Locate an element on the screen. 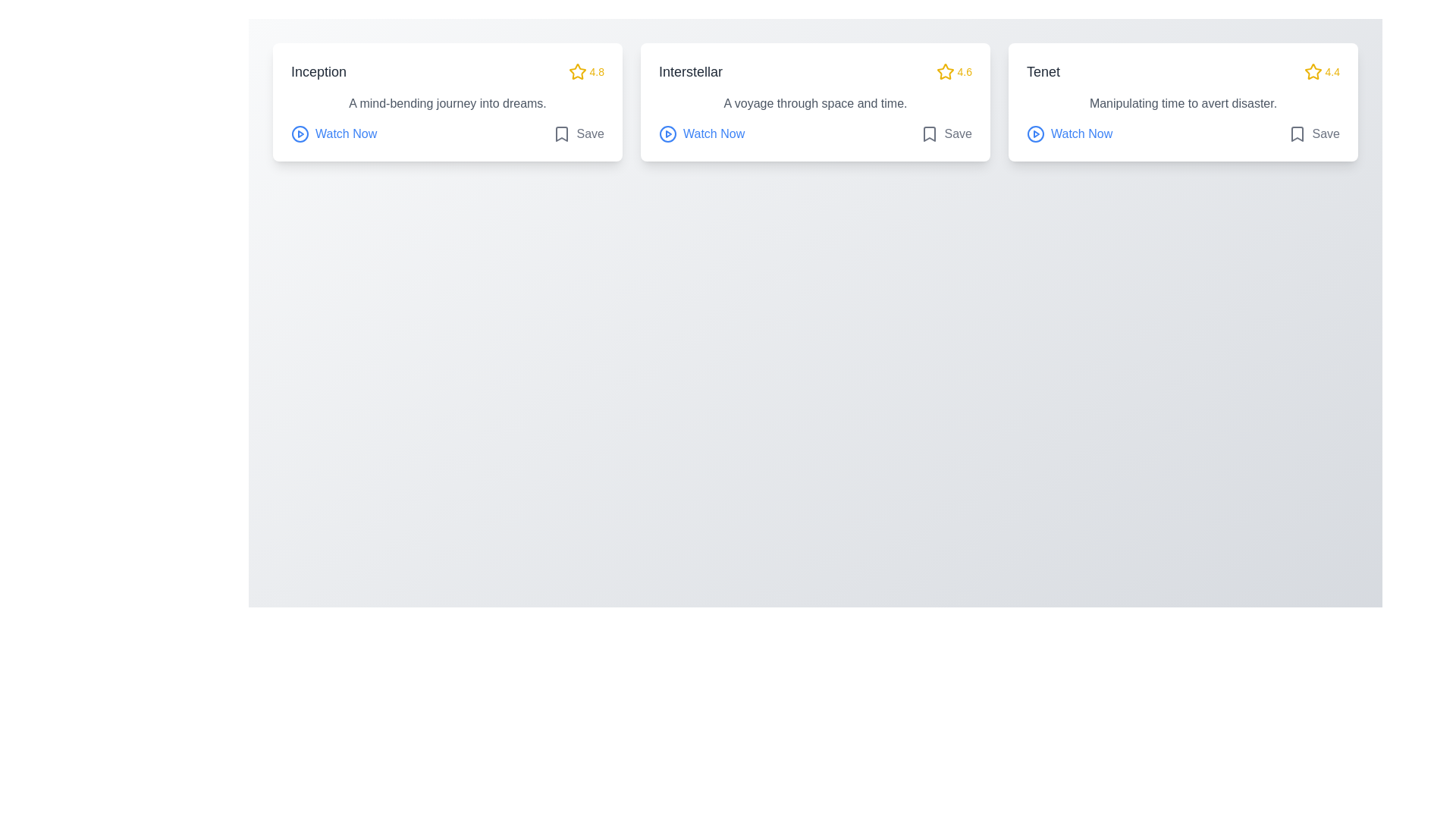  the star-shaped SVG icon located in the top-right corner of the 'Interstellar' card, which is outlined in yellow and precedes the numeric rating '4.6' is located at coordinates (944, 71).